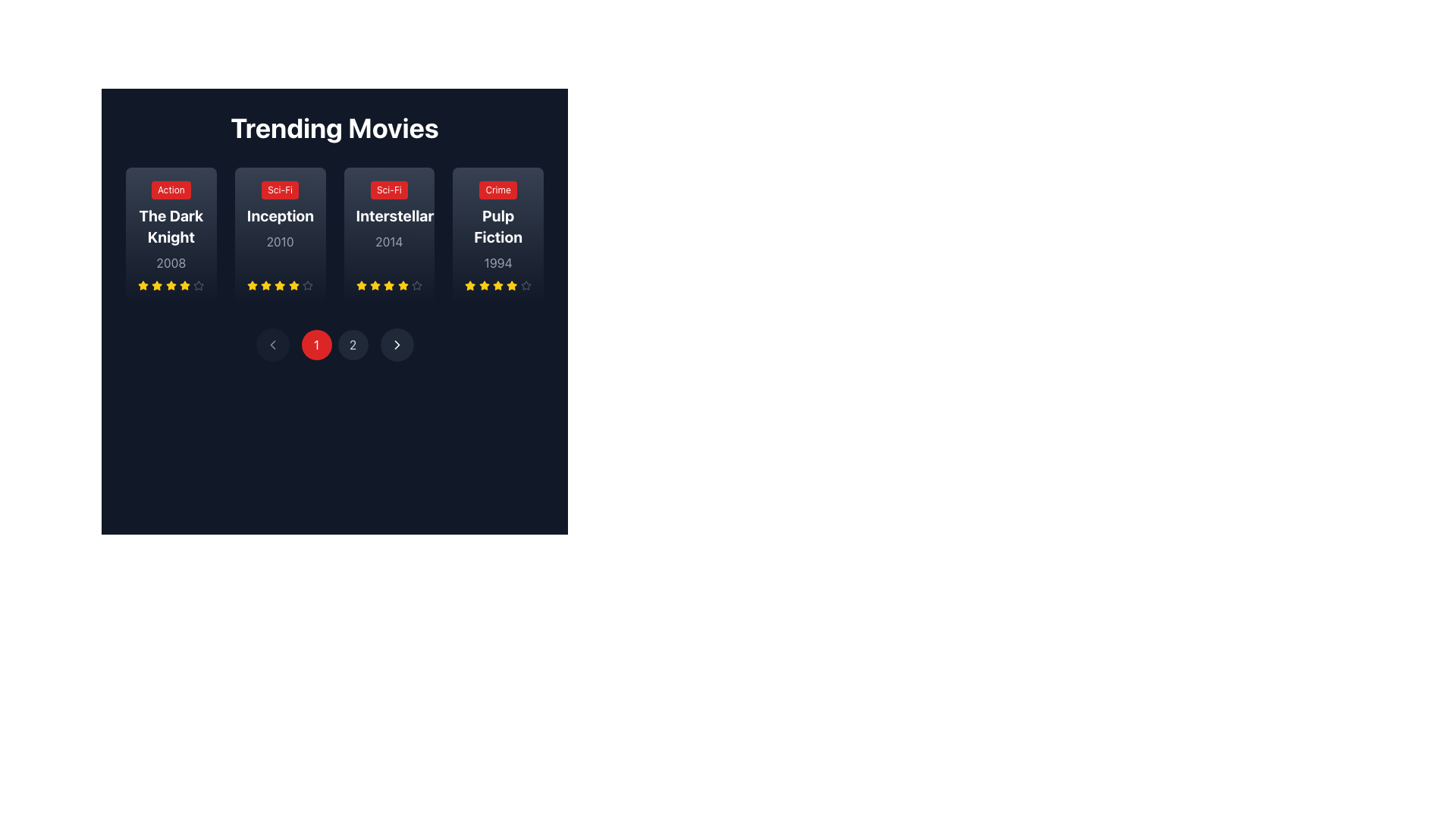 This screenshot has height=819, width=1456. What do you see at coordinates (397, 344) in the screenshot?
I see `the right-pointing chevron icon embedded within the rounded rectangular button at the bottom center of the interface` at bounding box center [397, 344].